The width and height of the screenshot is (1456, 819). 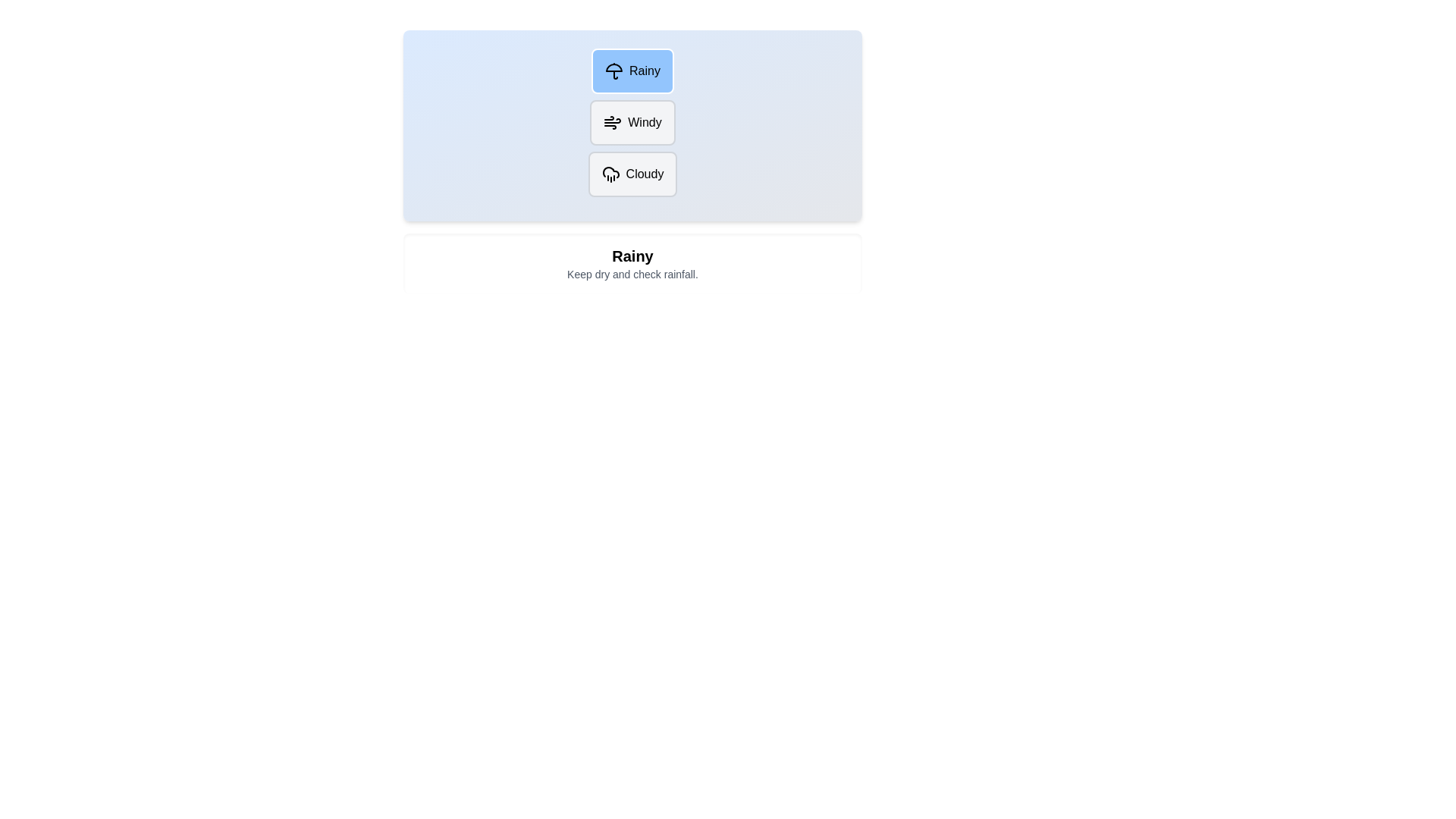 What do you see at coordinates (632, 174) in the screenshot?
I see `the Cloudy tab by clicking on it` at bounding box center [632, 174].